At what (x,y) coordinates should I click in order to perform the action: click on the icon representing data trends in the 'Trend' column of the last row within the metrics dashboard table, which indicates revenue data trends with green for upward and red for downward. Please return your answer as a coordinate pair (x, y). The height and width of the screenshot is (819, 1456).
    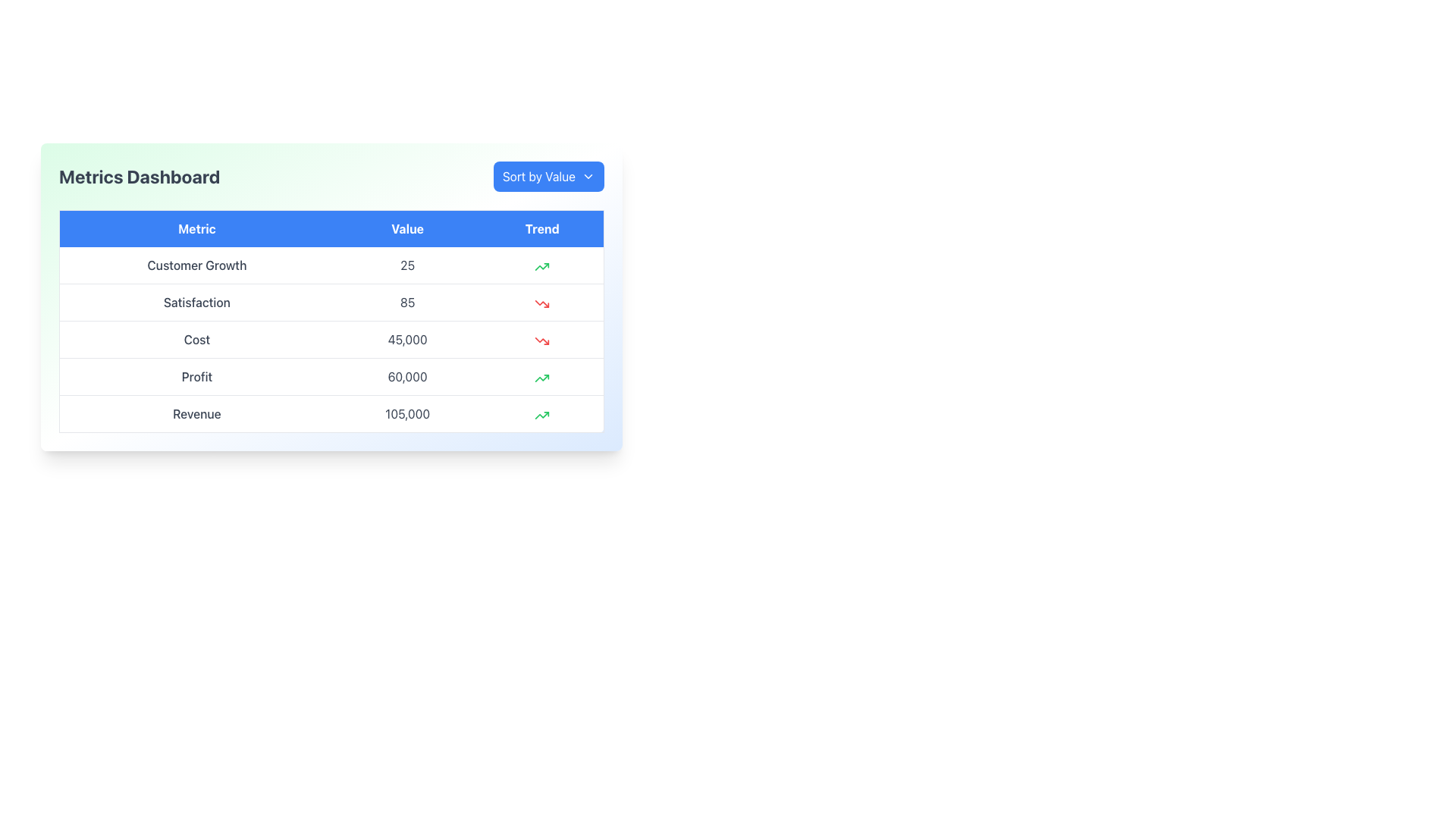
    Looking at the image, I should click on (542, 414).